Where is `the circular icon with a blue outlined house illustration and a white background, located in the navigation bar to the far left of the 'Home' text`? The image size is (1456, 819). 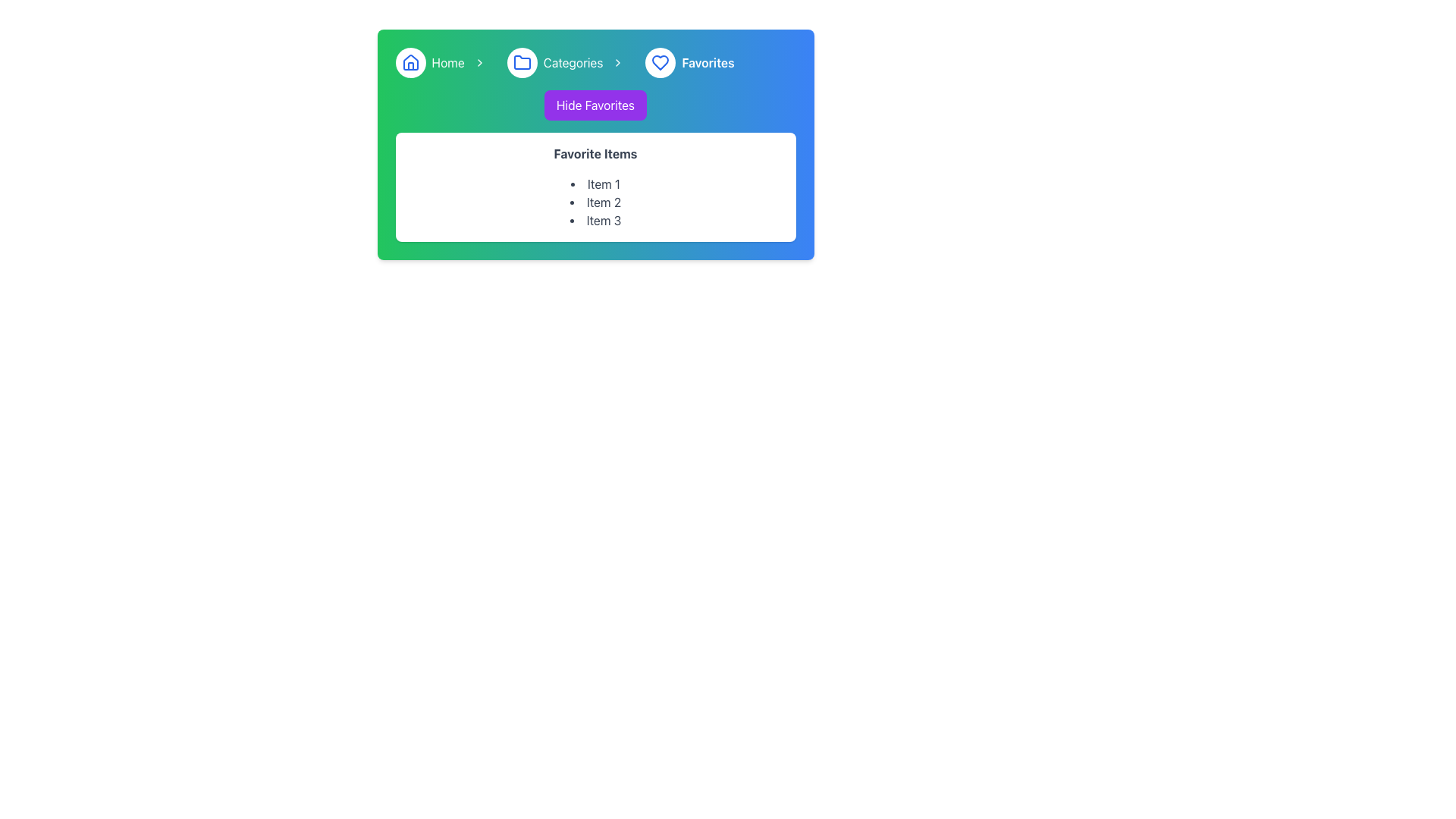
the circular icon with a blue outlined house illustration and a white background, located in the navigation bar to the far left of the 'Home' text is located at coordinates (410, 62).